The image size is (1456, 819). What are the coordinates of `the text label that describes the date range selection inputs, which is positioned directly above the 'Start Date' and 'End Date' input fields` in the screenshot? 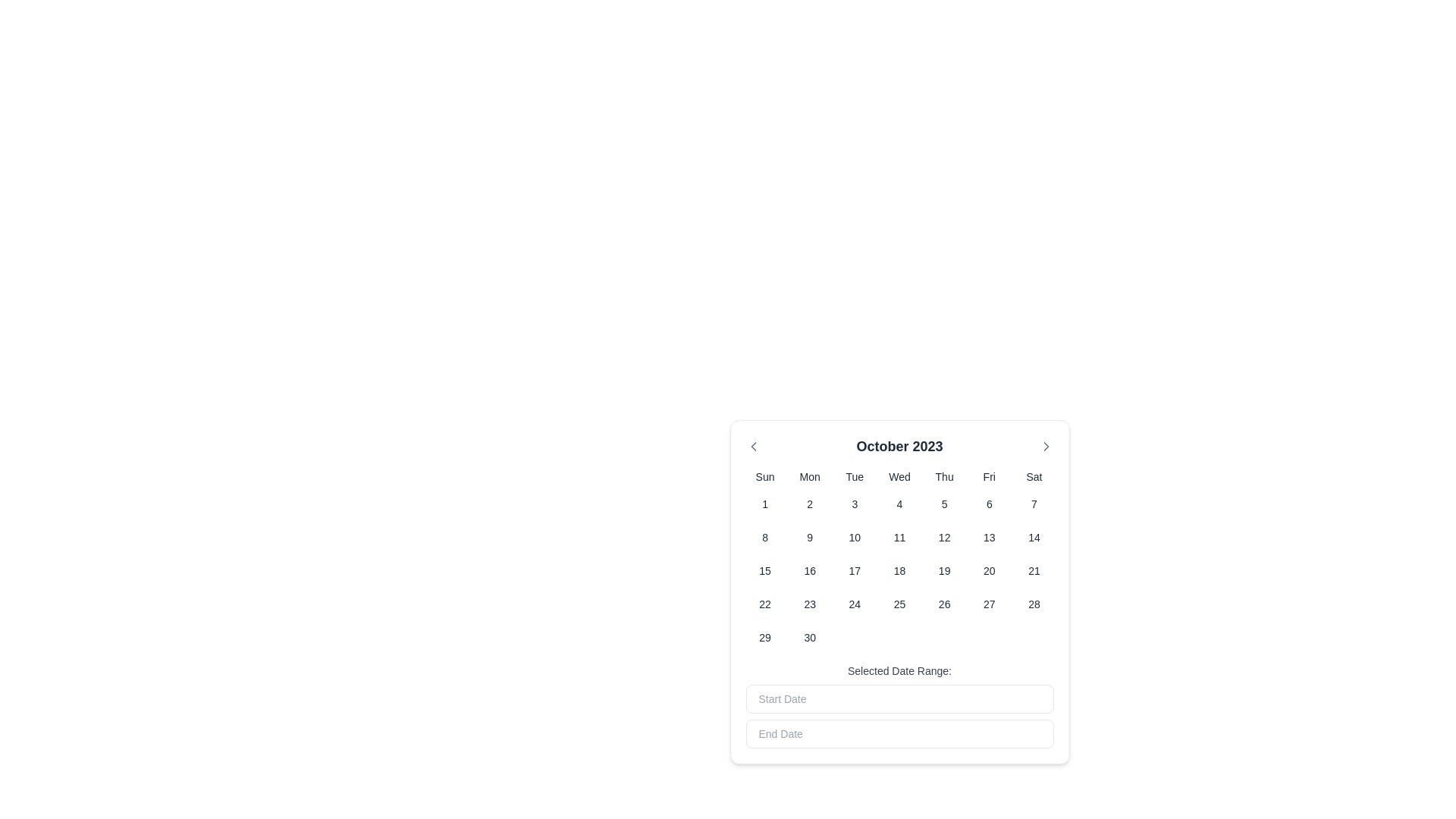 It's located at (899, 670).